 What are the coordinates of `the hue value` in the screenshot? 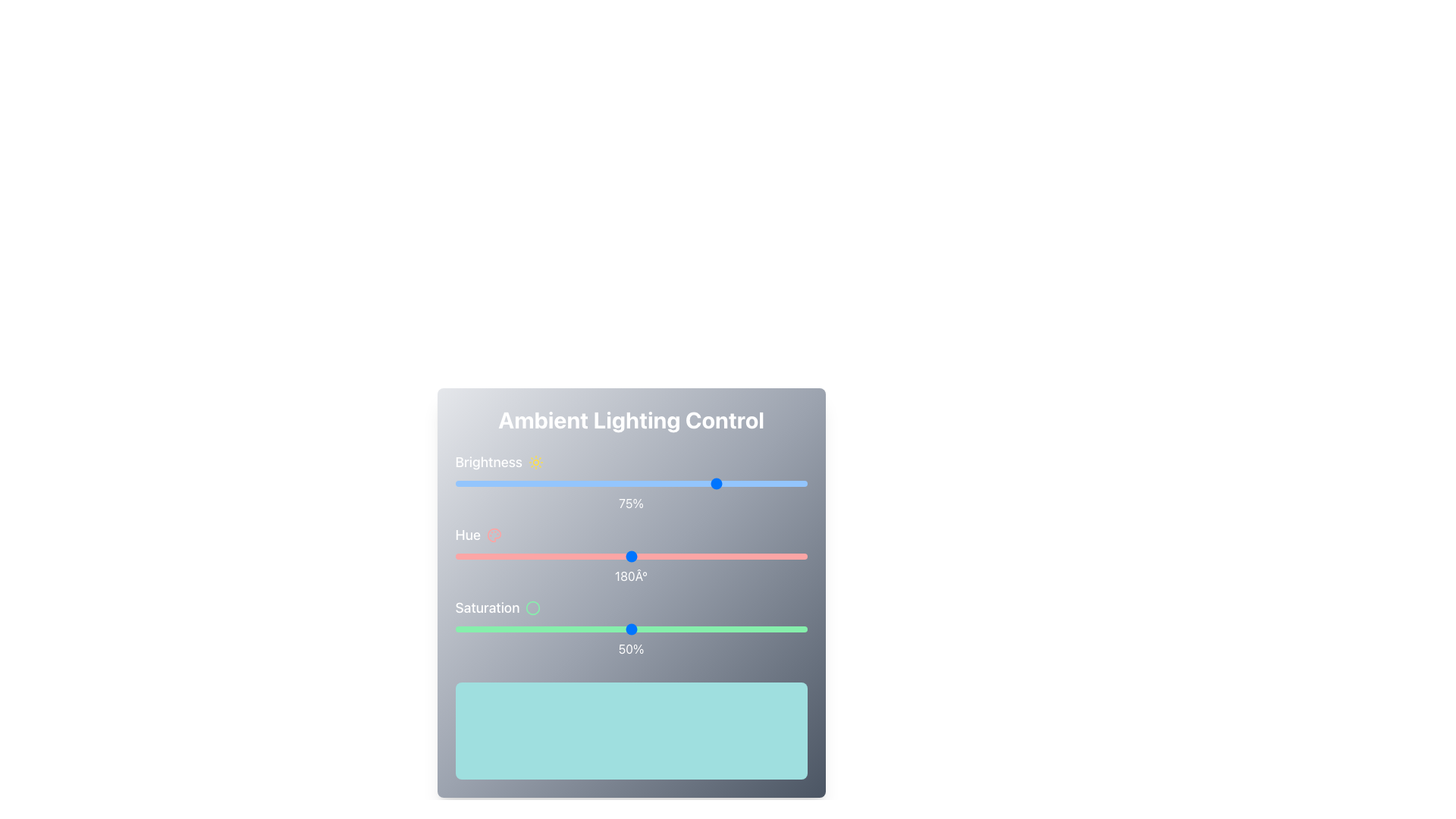 It's located at (617, 556).